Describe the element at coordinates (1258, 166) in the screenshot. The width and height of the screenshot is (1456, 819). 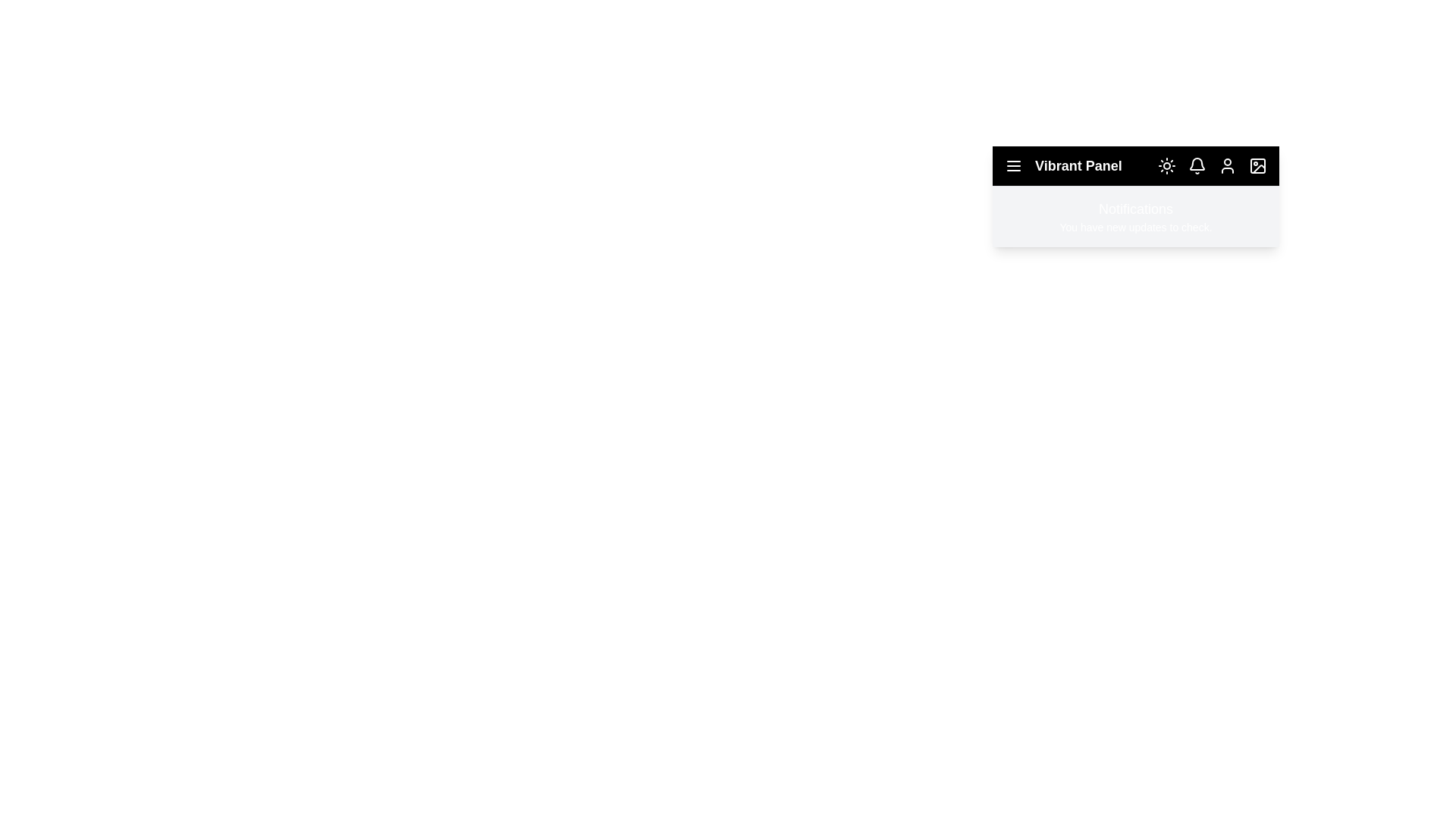
I see `the camera icon to access the camera feature` at that location.